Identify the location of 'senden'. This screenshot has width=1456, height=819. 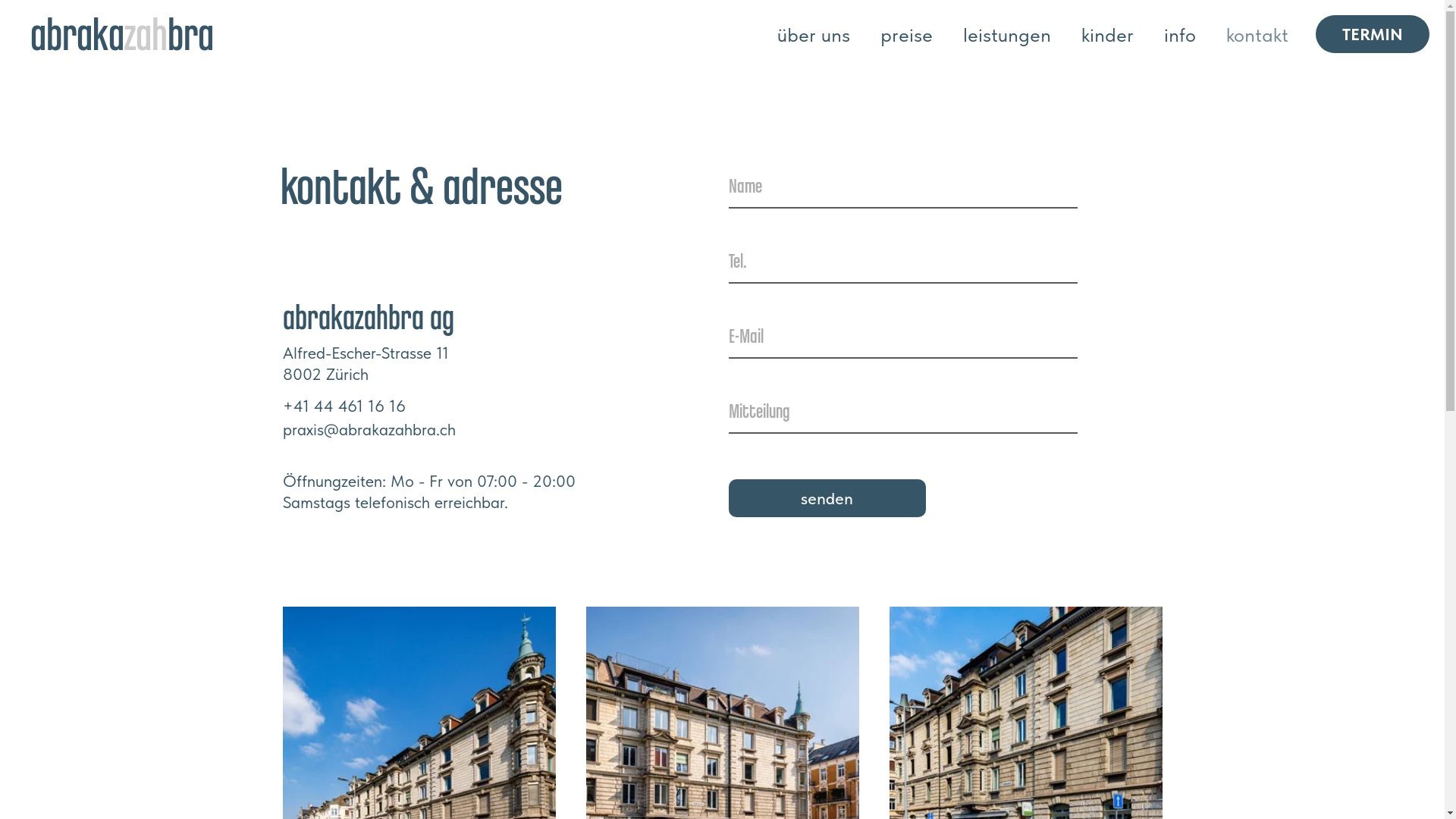
(825, 497).